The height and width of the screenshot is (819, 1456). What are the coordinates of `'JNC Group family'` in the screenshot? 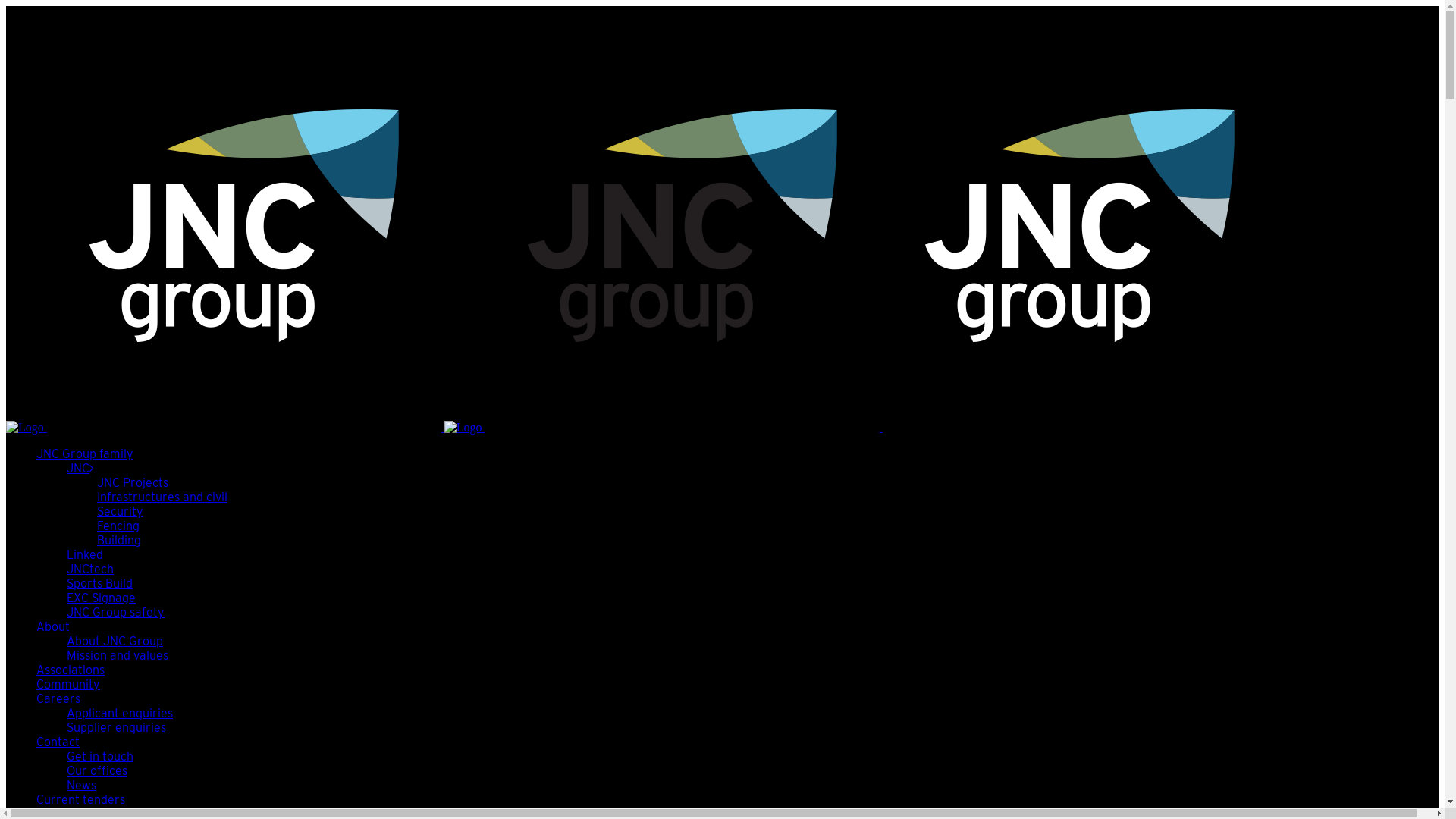 It's located at (83, 453).